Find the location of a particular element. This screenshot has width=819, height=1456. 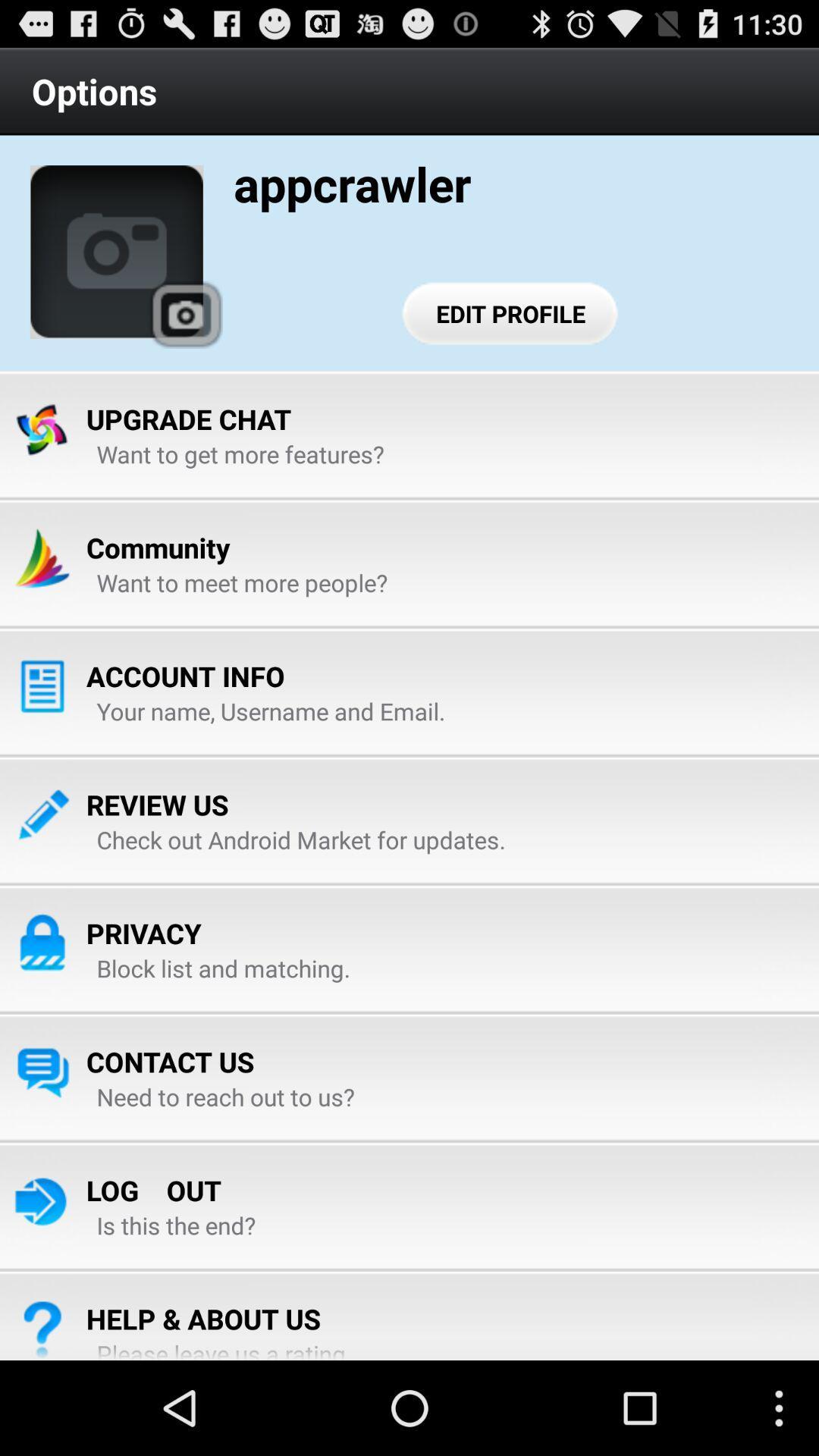

item at the center is located at coordinates (301, 839).